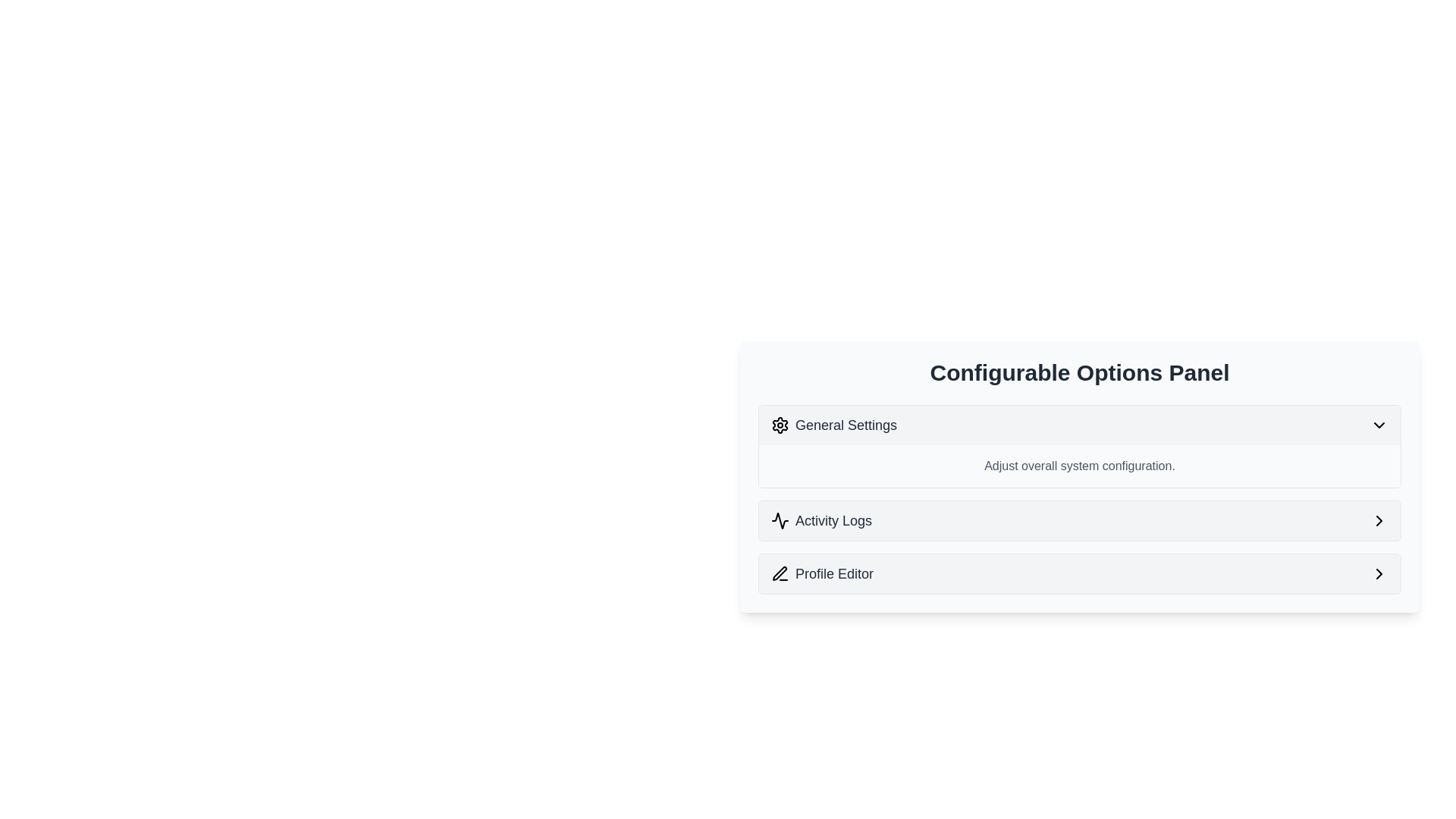 The width and height of the screenshot is (1456, 819). What do you see at coordinates (1079, 373) in the screenshot?
I see `the header element displaying 'Configurable Options Panel'` at bounding box center [1079, 373].